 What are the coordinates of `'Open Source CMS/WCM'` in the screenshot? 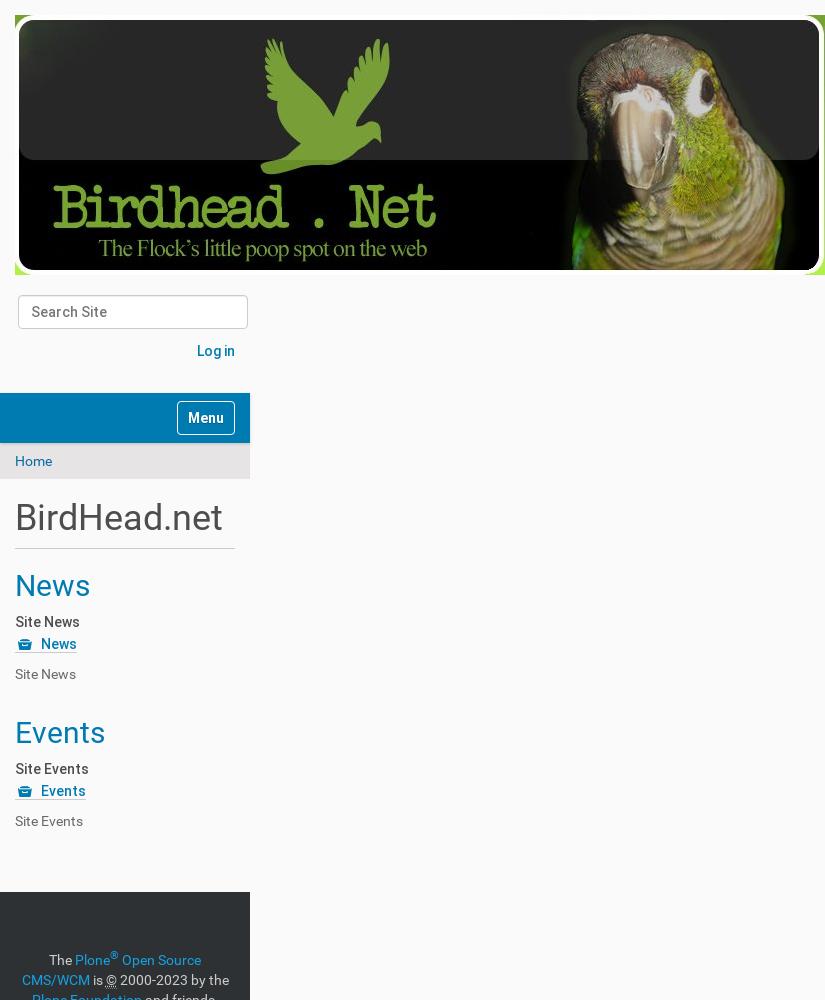 It's located at (110, 968).